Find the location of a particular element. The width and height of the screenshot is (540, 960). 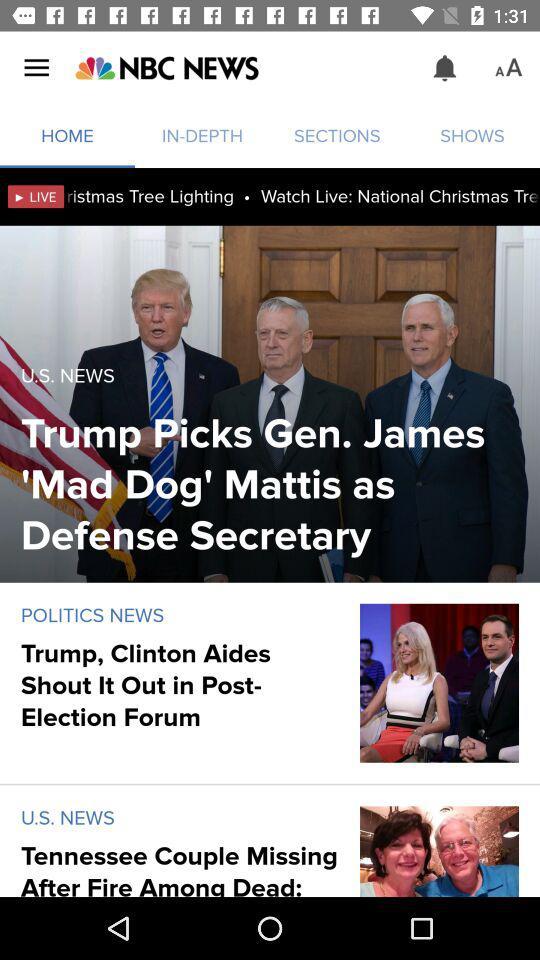

item above home is located at coordinates (36, 68).